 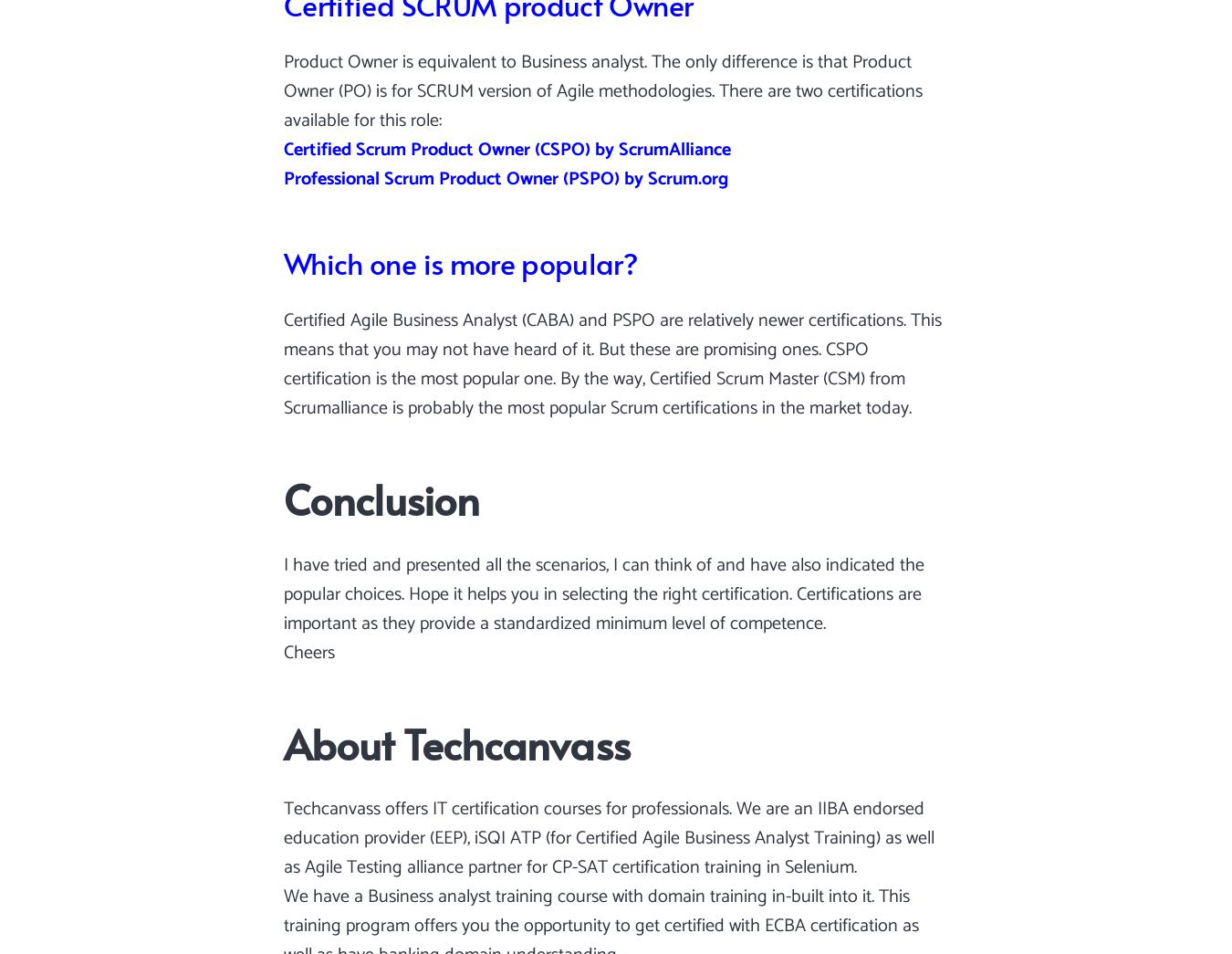 I want to click on 'About Techcanvass', so click(x=455, y=741).